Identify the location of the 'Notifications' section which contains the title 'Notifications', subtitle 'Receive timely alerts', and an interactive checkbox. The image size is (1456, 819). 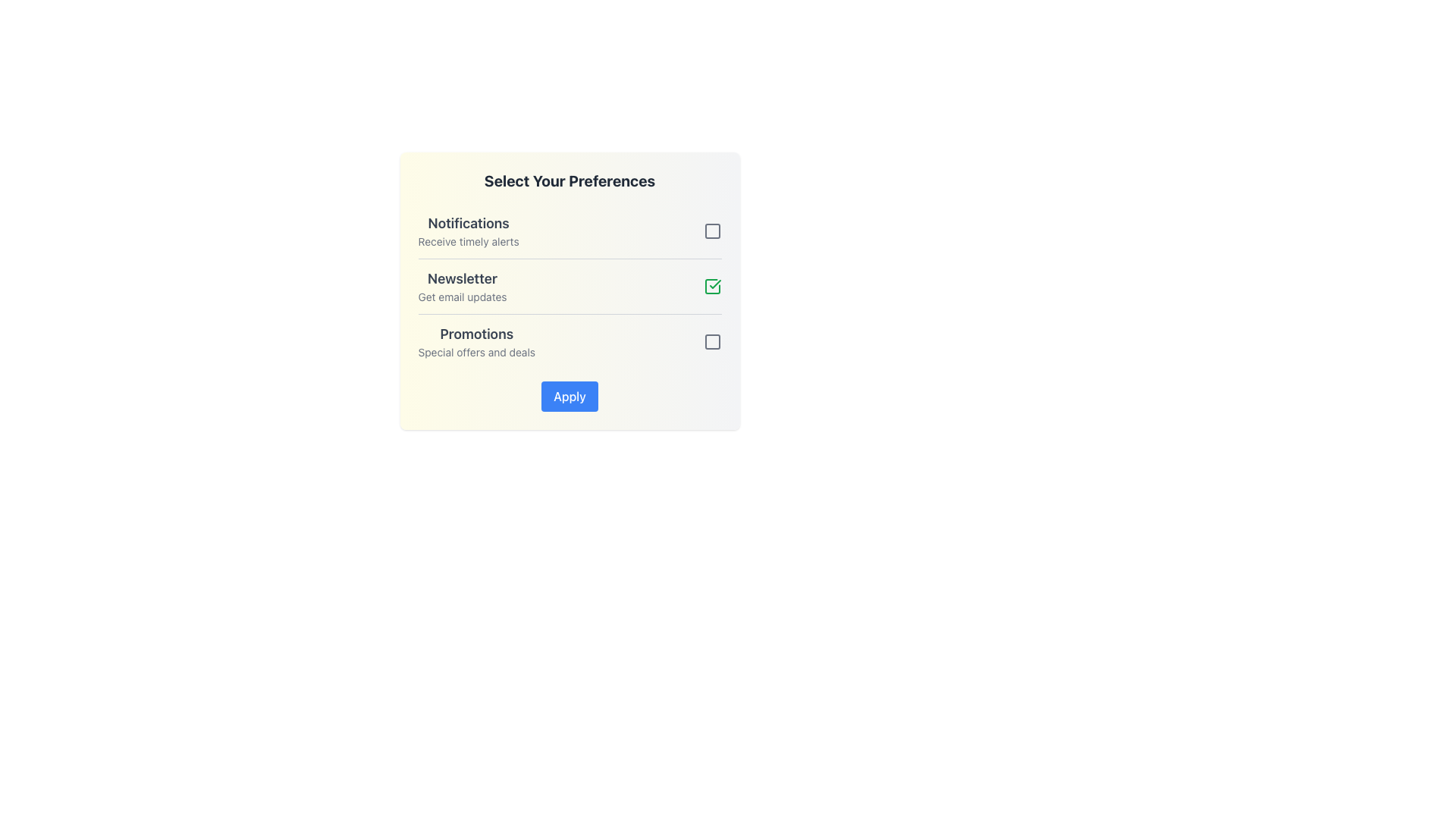
(569, 231).